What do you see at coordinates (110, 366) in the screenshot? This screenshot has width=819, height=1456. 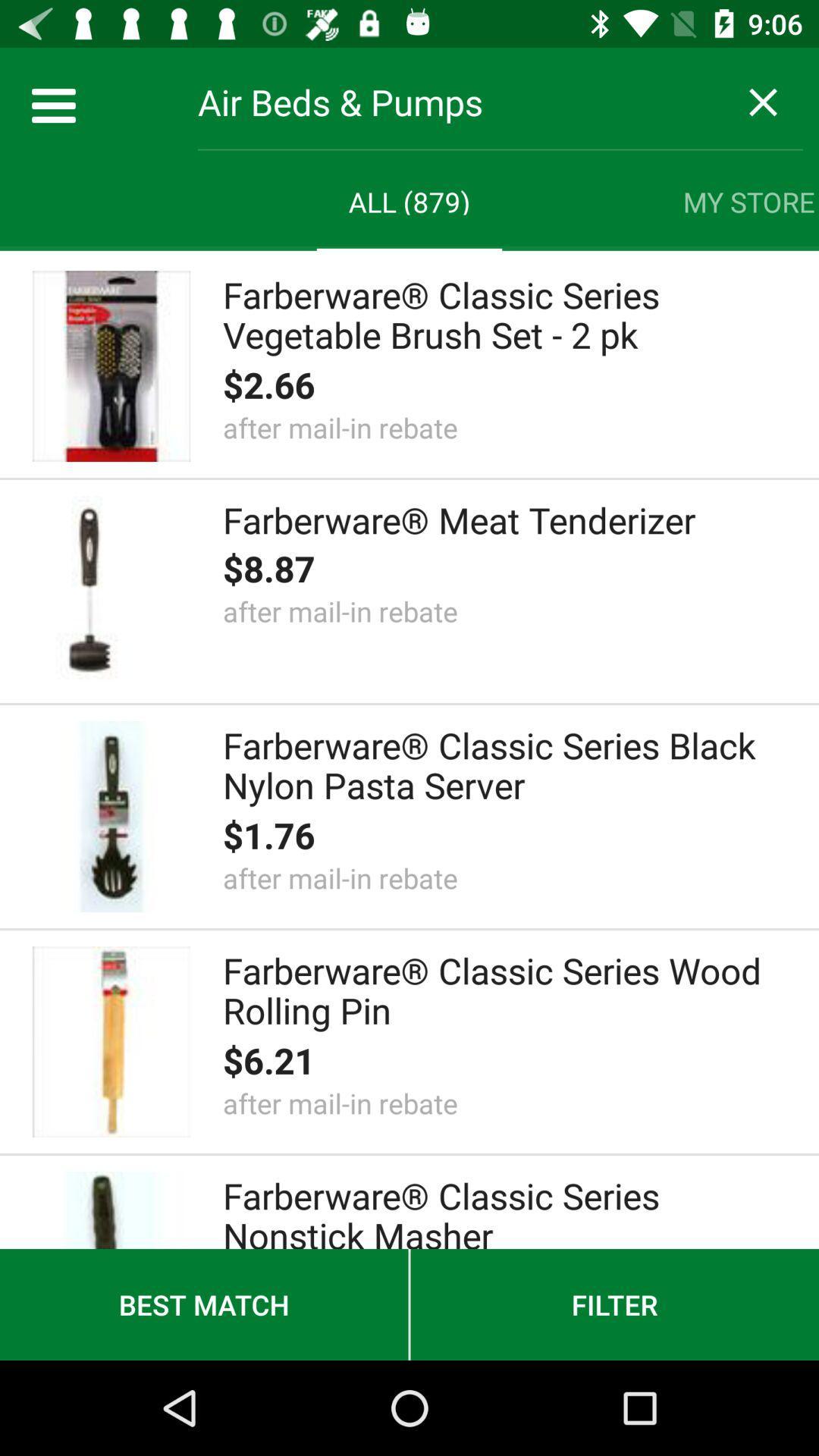 I see `the first image` at bounding box center [110, 366].